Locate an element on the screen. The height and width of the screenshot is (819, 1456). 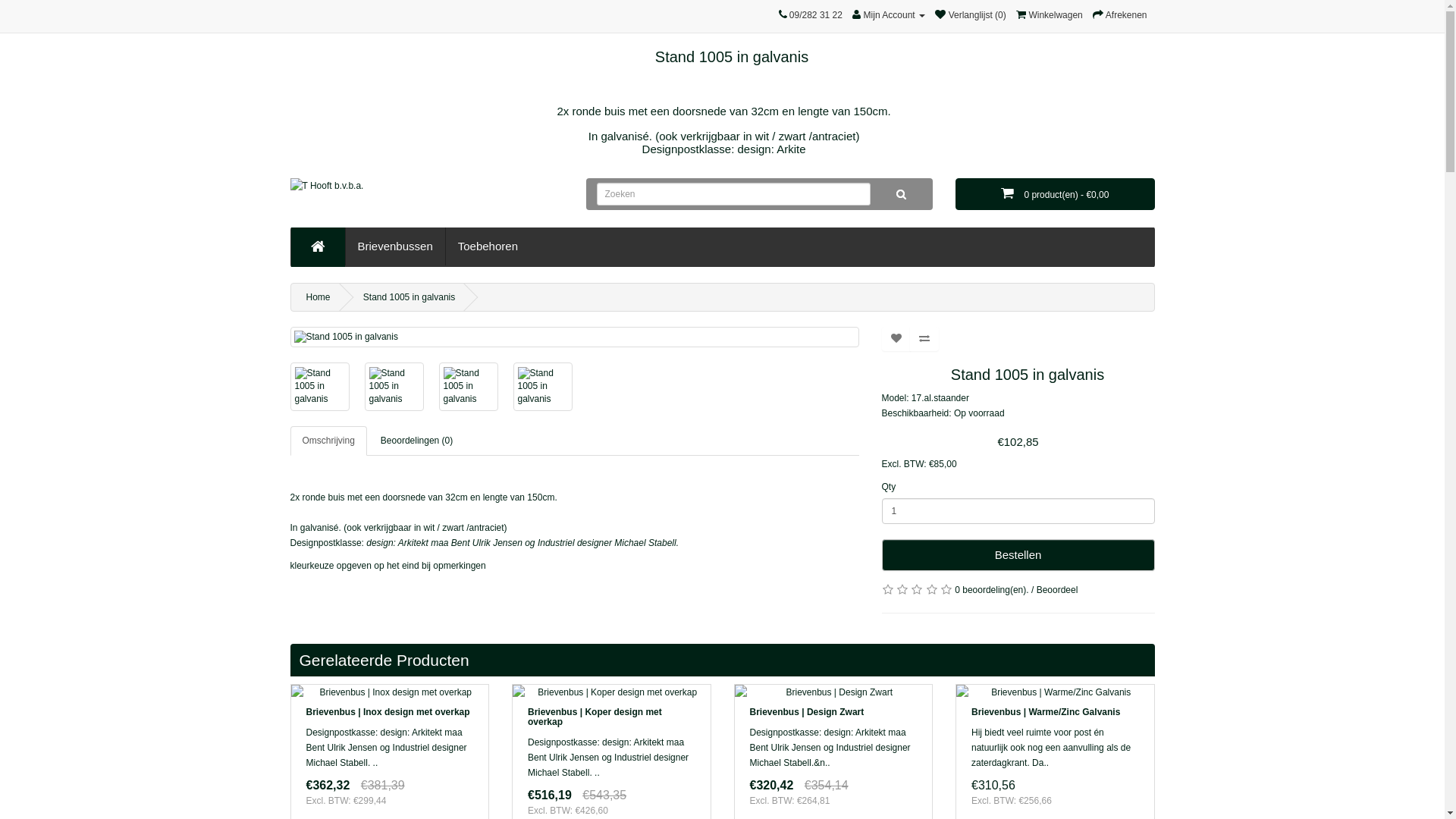
'Brievenbus | Warme/Zinc Galvanis' is located at coordinates (1054, 692).